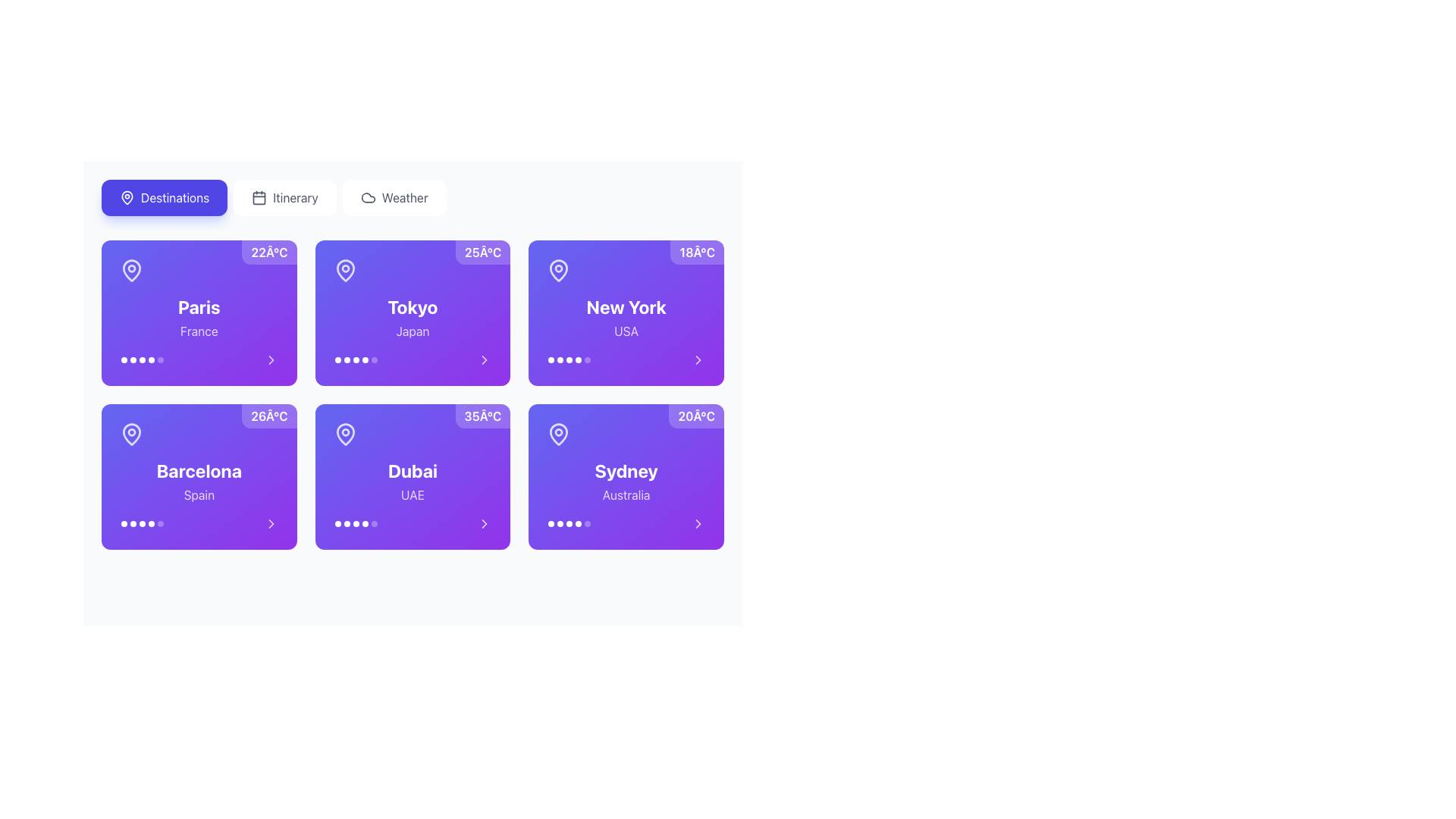 This screenshot has width=1456, height=819. I want to click on the cloud-shaped icon located at the top-right segment of the interface, which is rendered in a minimal vector format, so click(368, 197).